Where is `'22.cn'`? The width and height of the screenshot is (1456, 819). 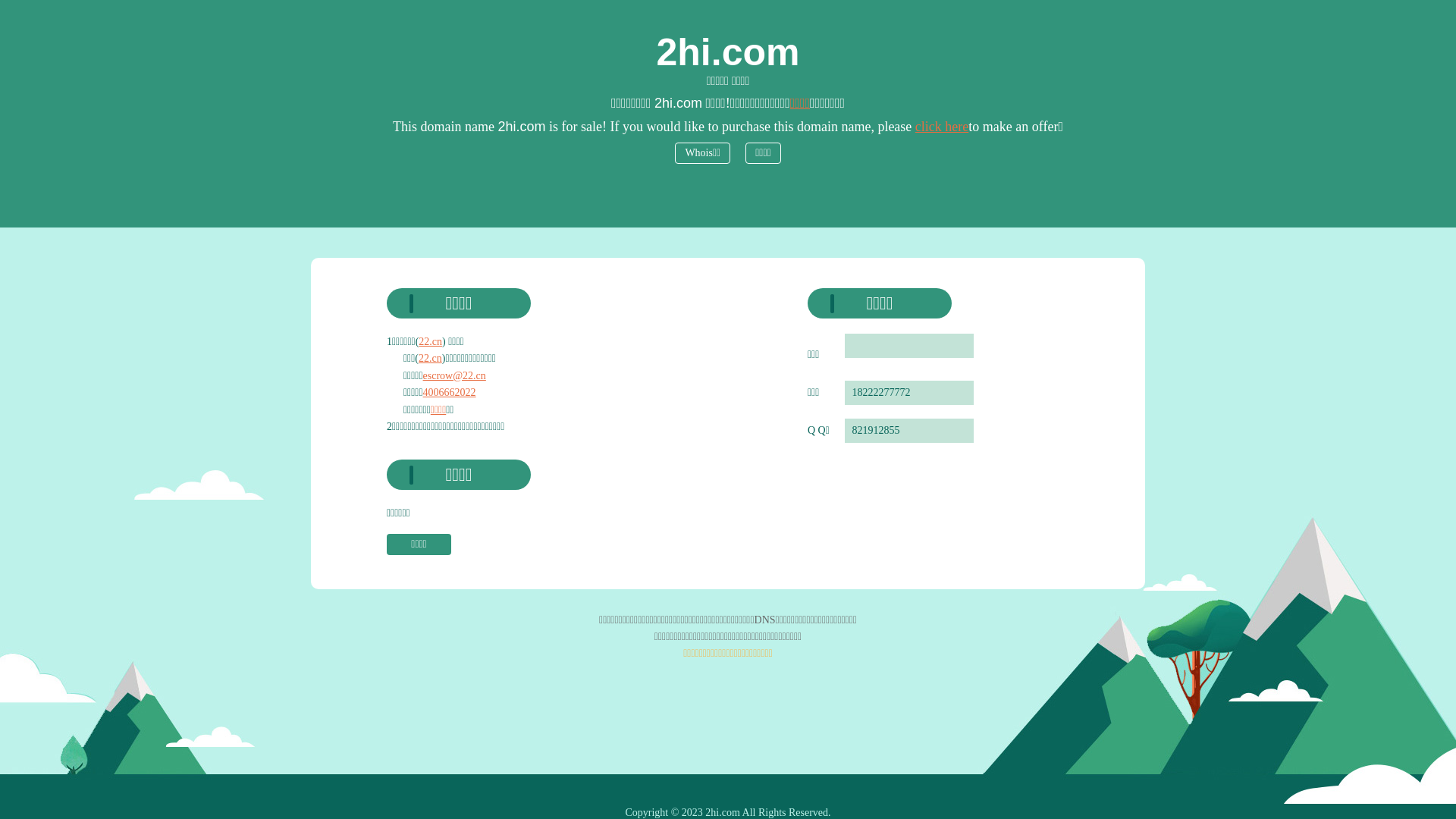
'22.cn' is located at coordinates (429, 341).